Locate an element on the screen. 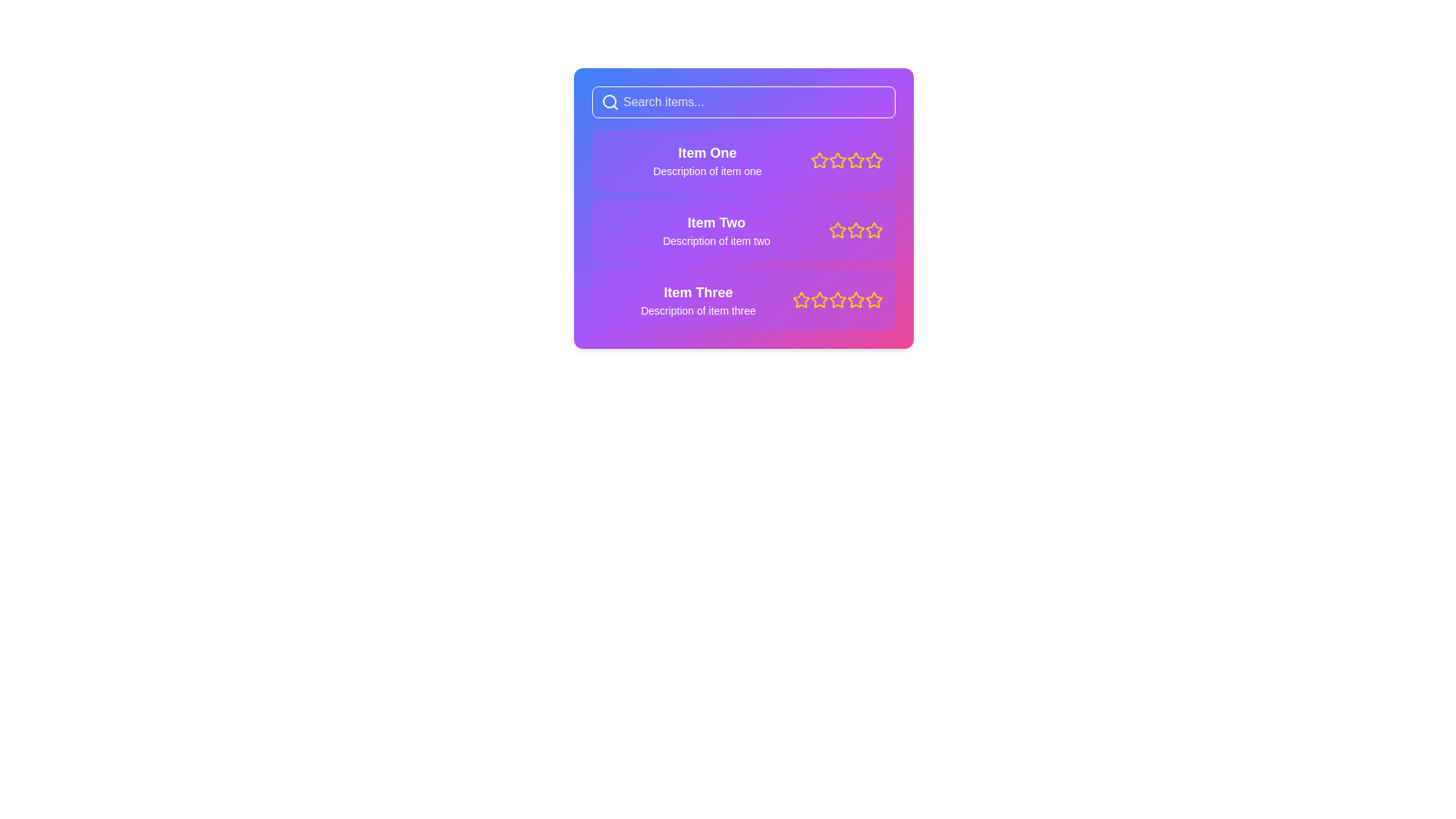 Image resolution: width=1456 pixels, height=819 pixels. the fifth star in the rating system for 'Item Three' is located at coordinates (874, 300).